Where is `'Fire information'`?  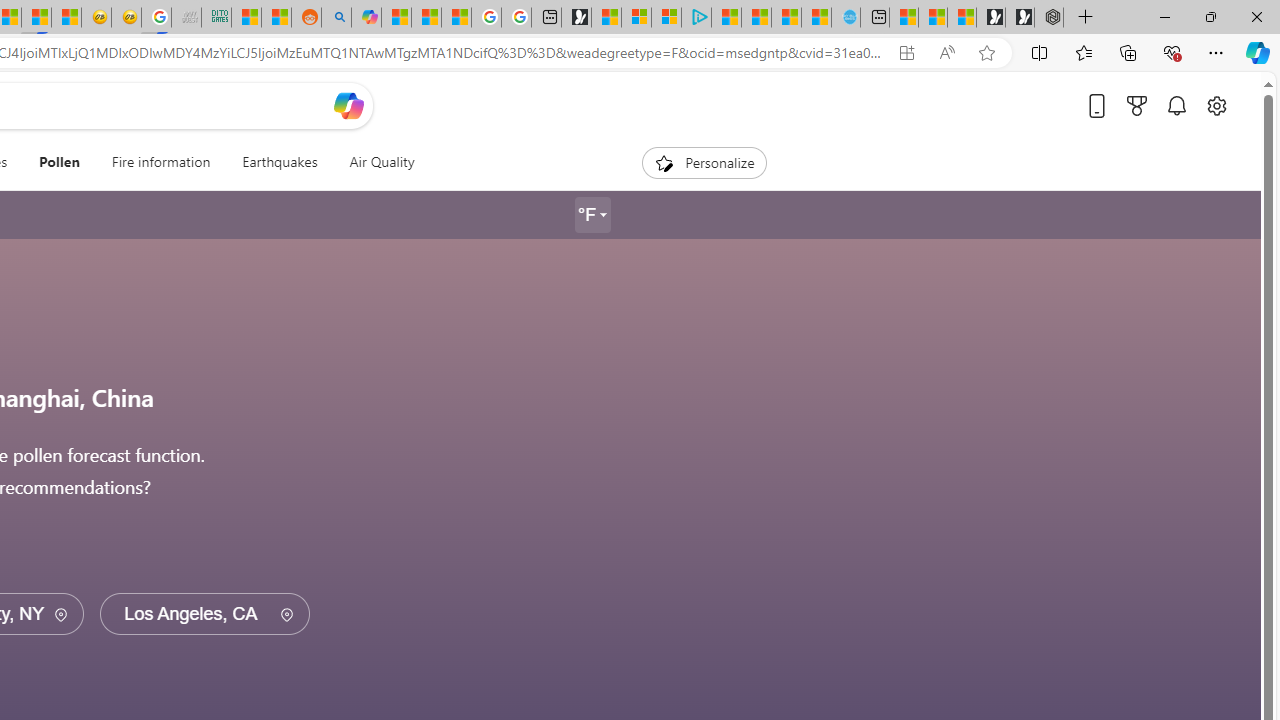 'Fire information' is located at coordinates (161, 162).